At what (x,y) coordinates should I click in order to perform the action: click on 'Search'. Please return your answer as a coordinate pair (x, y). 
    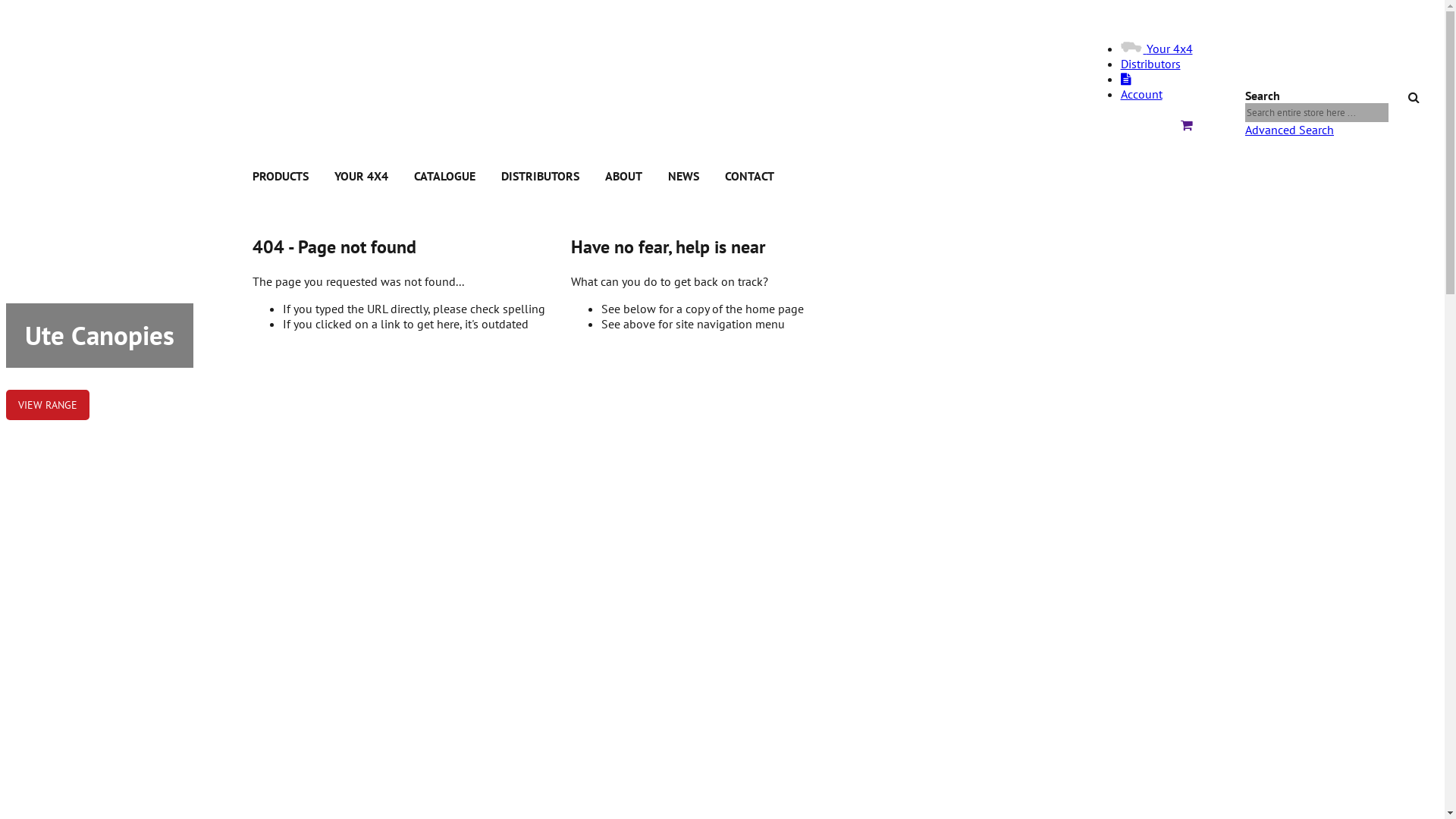
    Looking at the image, I should click on (1417, 93).